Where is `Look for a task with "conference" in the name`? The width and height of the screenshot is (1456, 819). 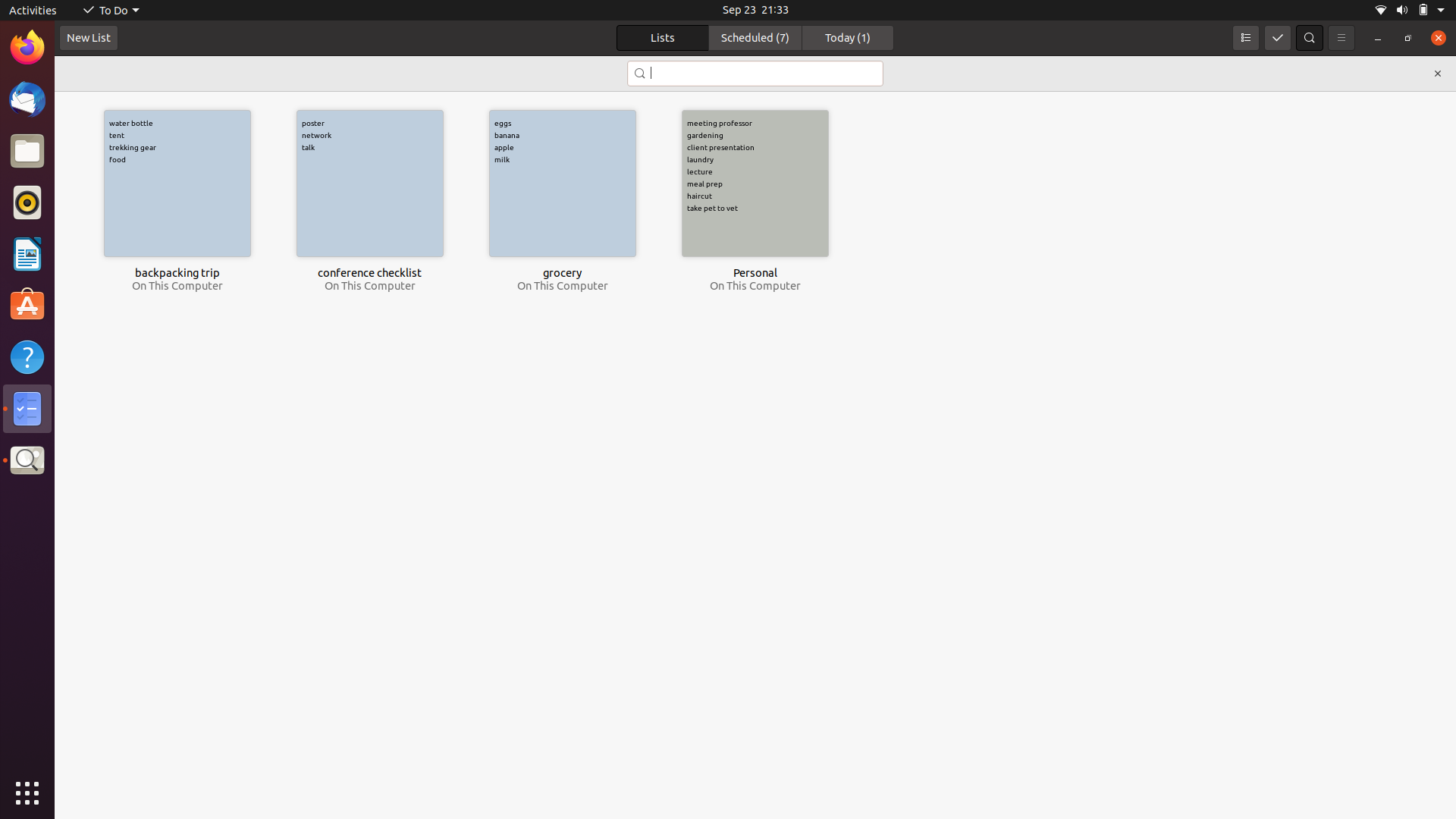
Look for a task with "conference" in the name is located at coordinates (754, 74).